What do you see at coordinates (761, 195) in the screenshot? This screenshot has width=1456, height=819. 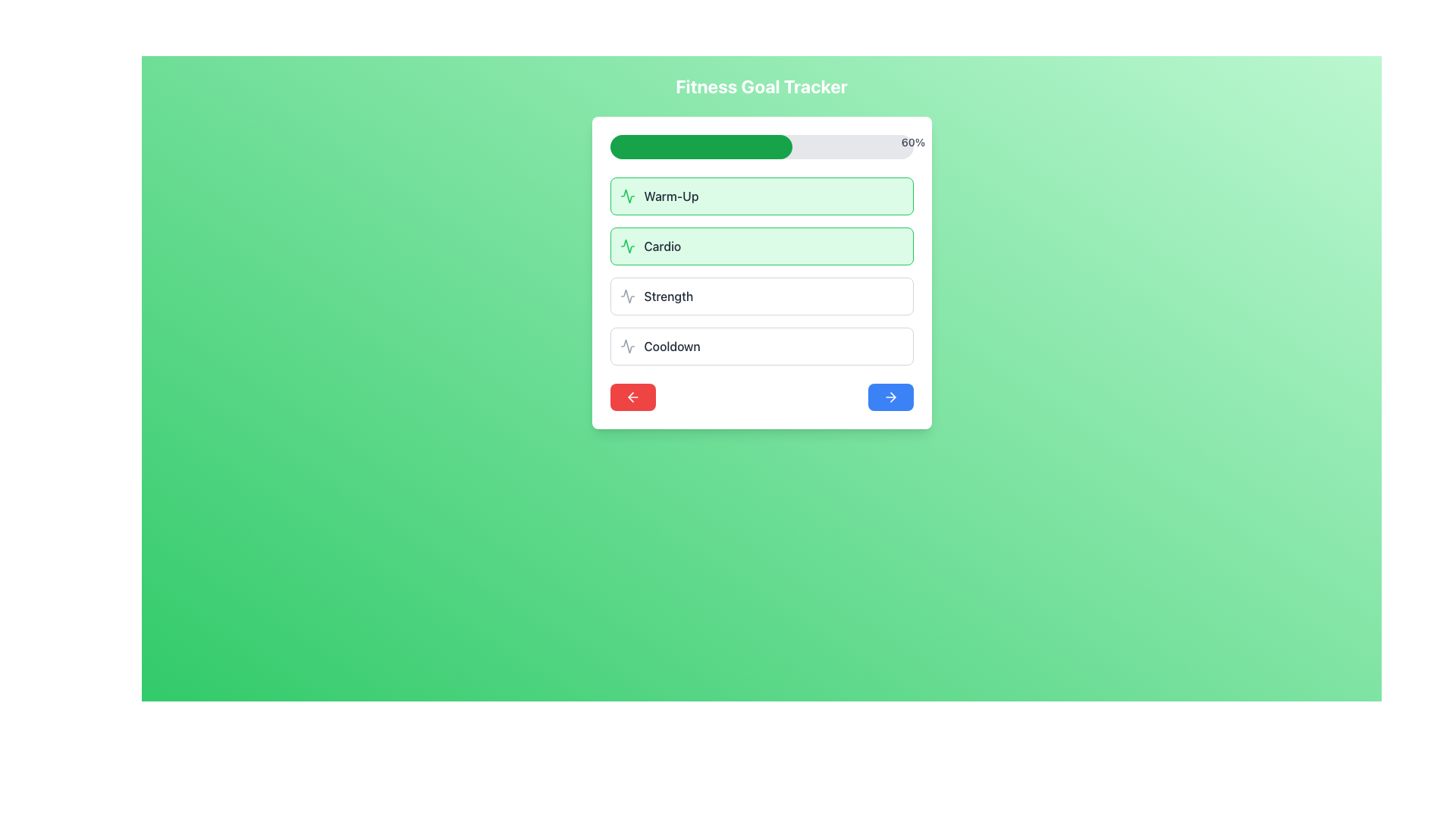 I see `the first selectable list item labeled 'Warm-Up'` at bounding box center [761, 195].